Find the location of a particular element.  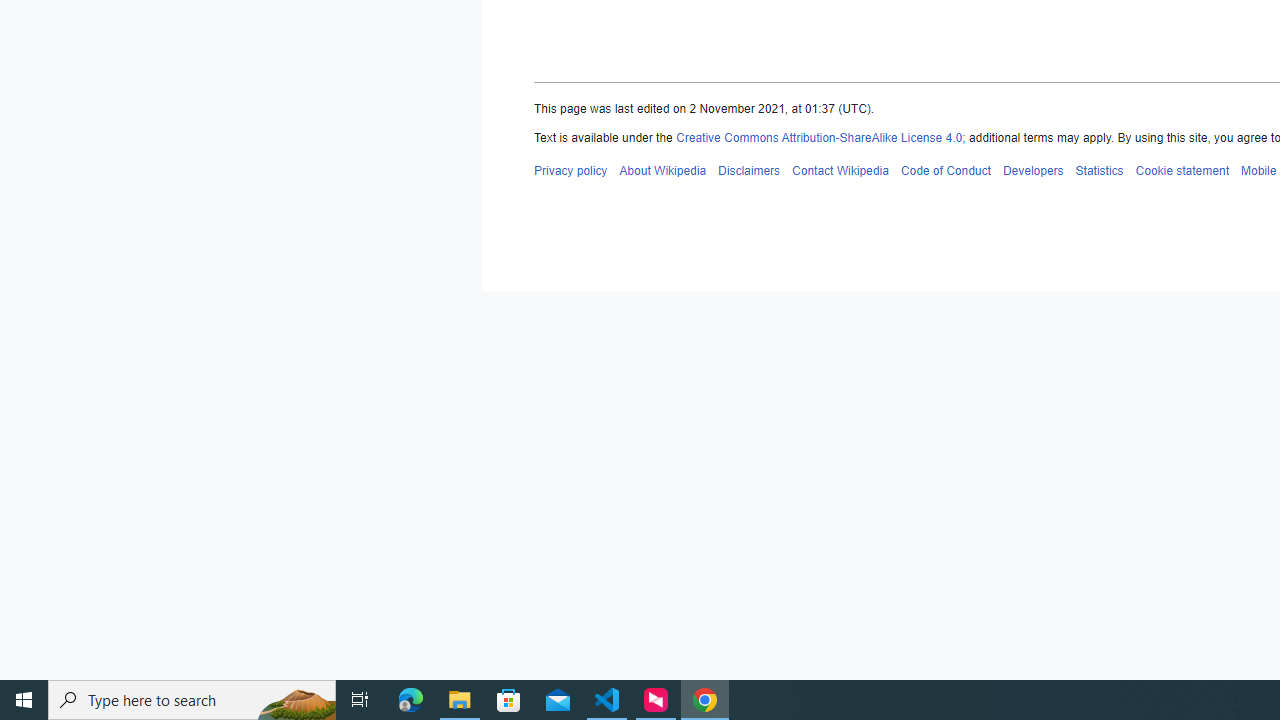

'Developers' is located at coordinates (1032, 169).